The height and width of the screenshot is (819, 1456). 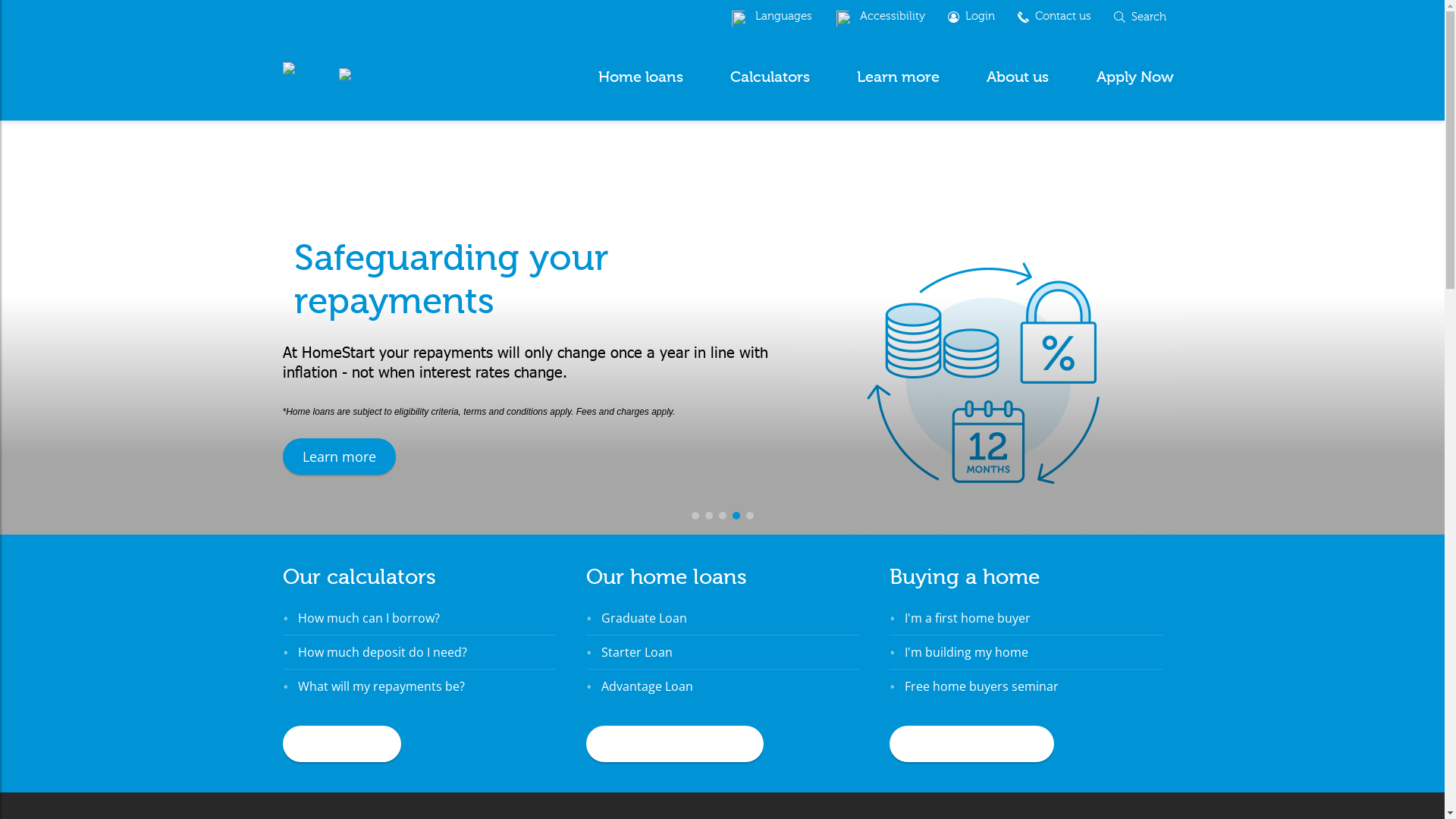 I want to click on 'Languages', so click(x=771, y=17).